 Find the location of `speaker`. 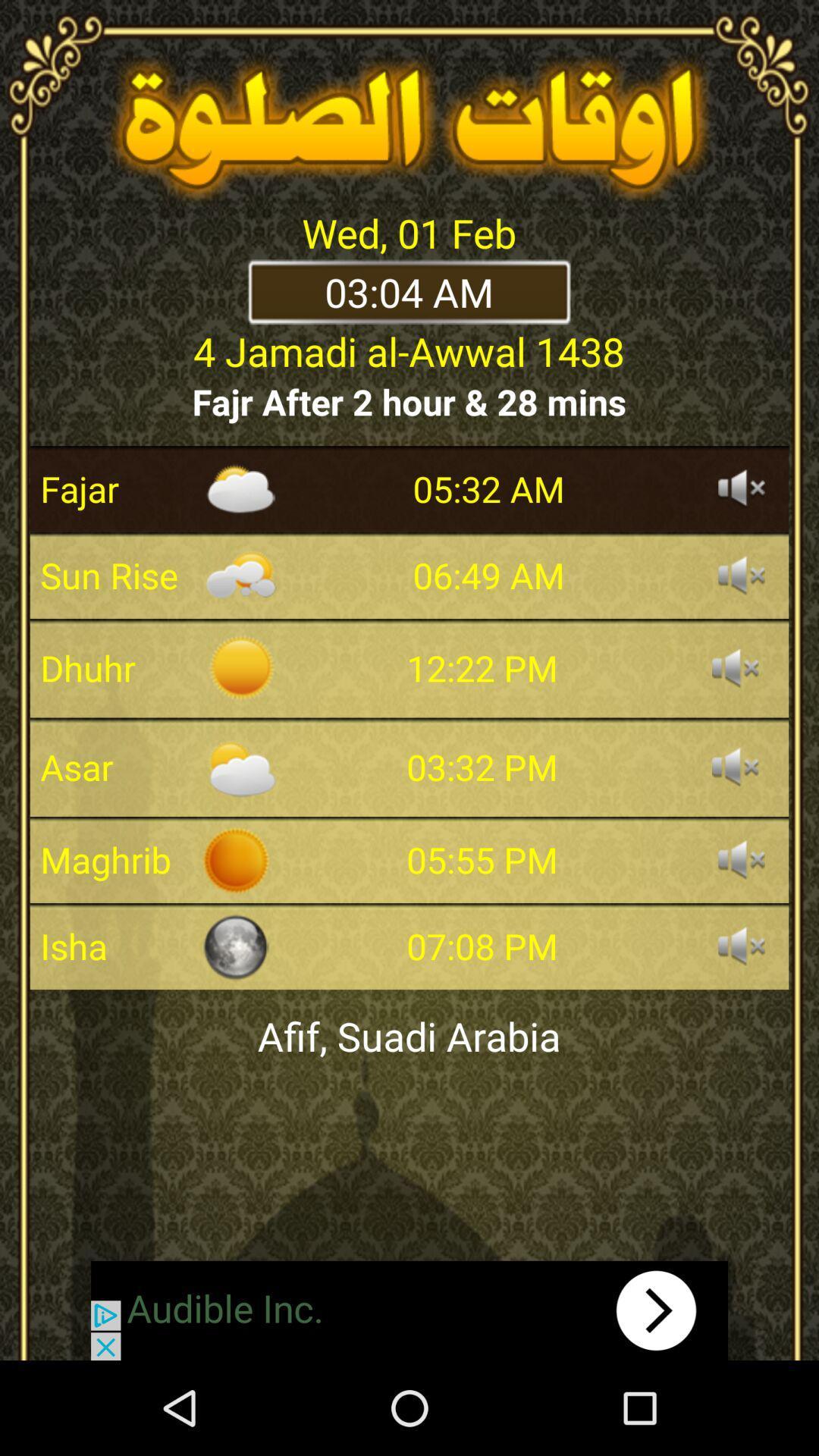

speaker is located at coordinates (734, 767).